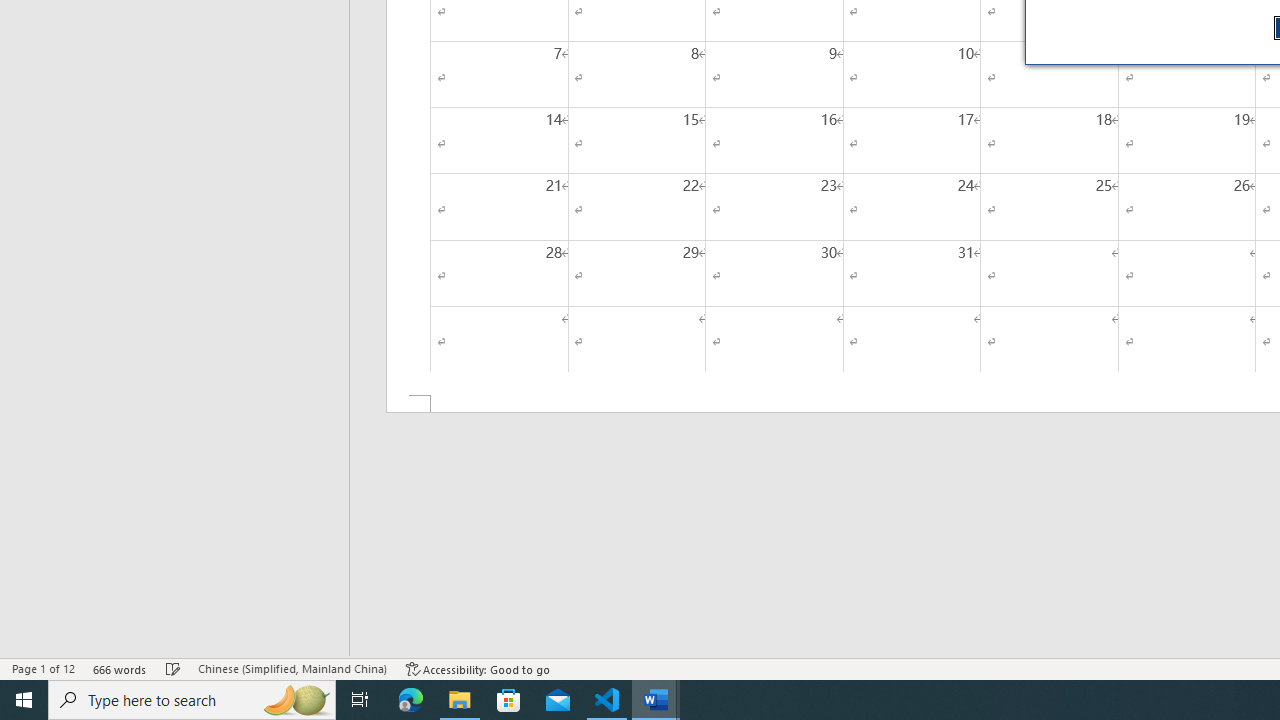 The width and height of the screenshot is (1280, 720). I want to click on 'Type here to search', so click(192, 698).